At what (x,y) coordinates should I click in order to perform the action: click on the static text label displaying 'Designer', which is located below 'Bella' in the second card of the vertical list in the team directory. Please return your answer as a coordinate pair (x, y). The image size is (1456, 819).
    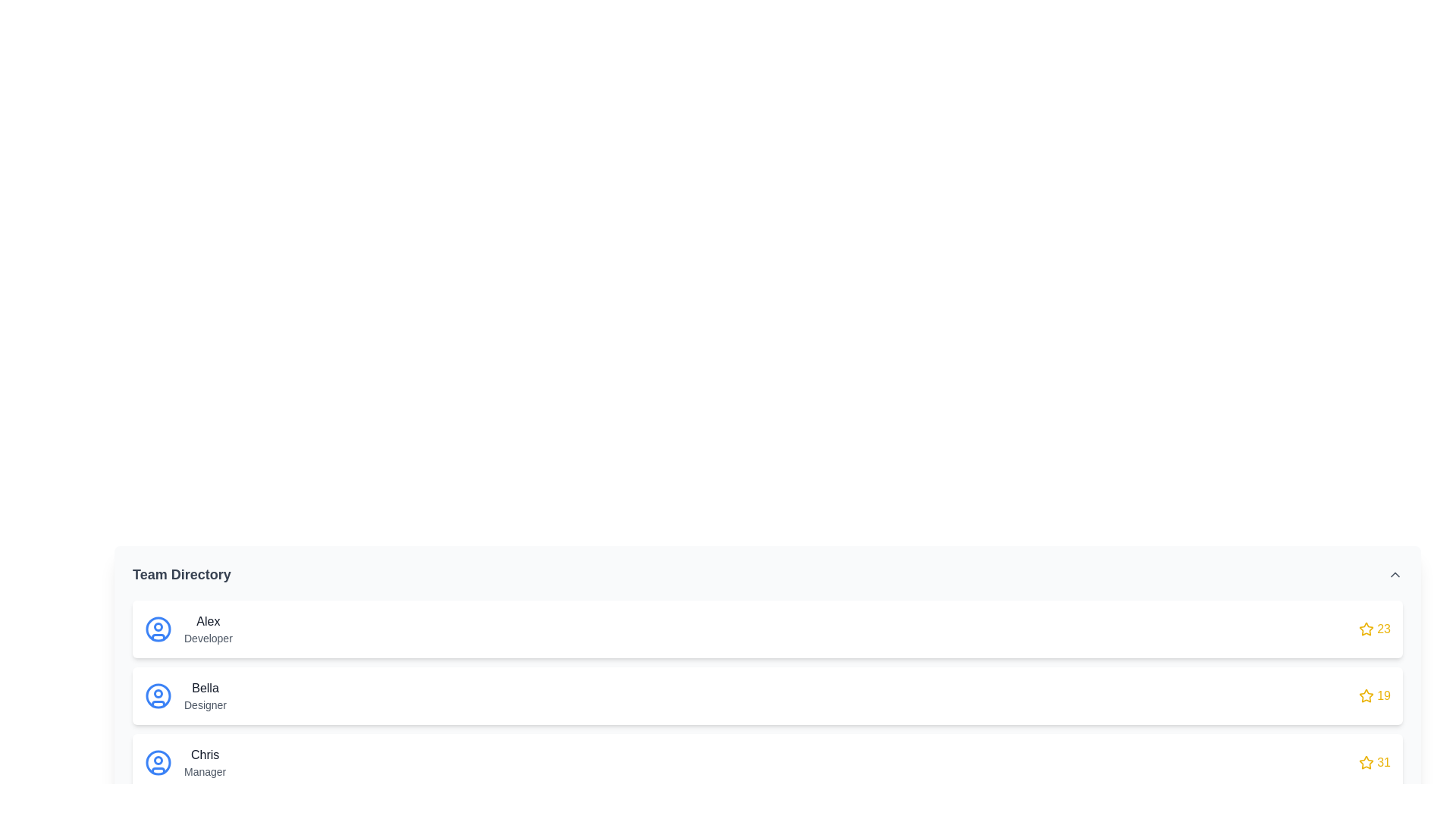
    Looking at the image, I should click on (205, 704).